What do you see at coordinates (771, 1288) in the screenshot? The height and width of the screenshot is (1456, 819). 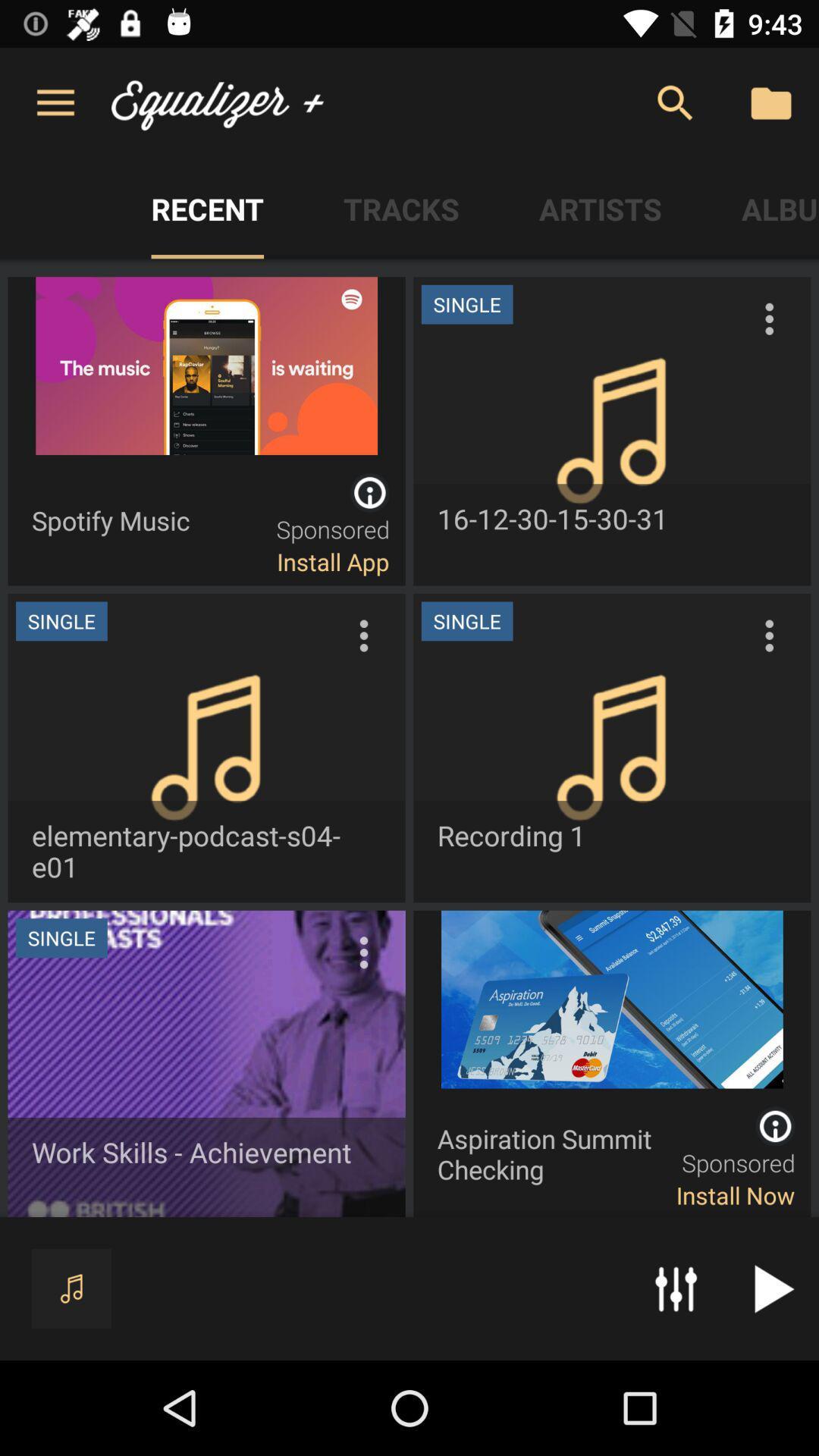 I see `the play icon` at bounding box center [771, 1288].